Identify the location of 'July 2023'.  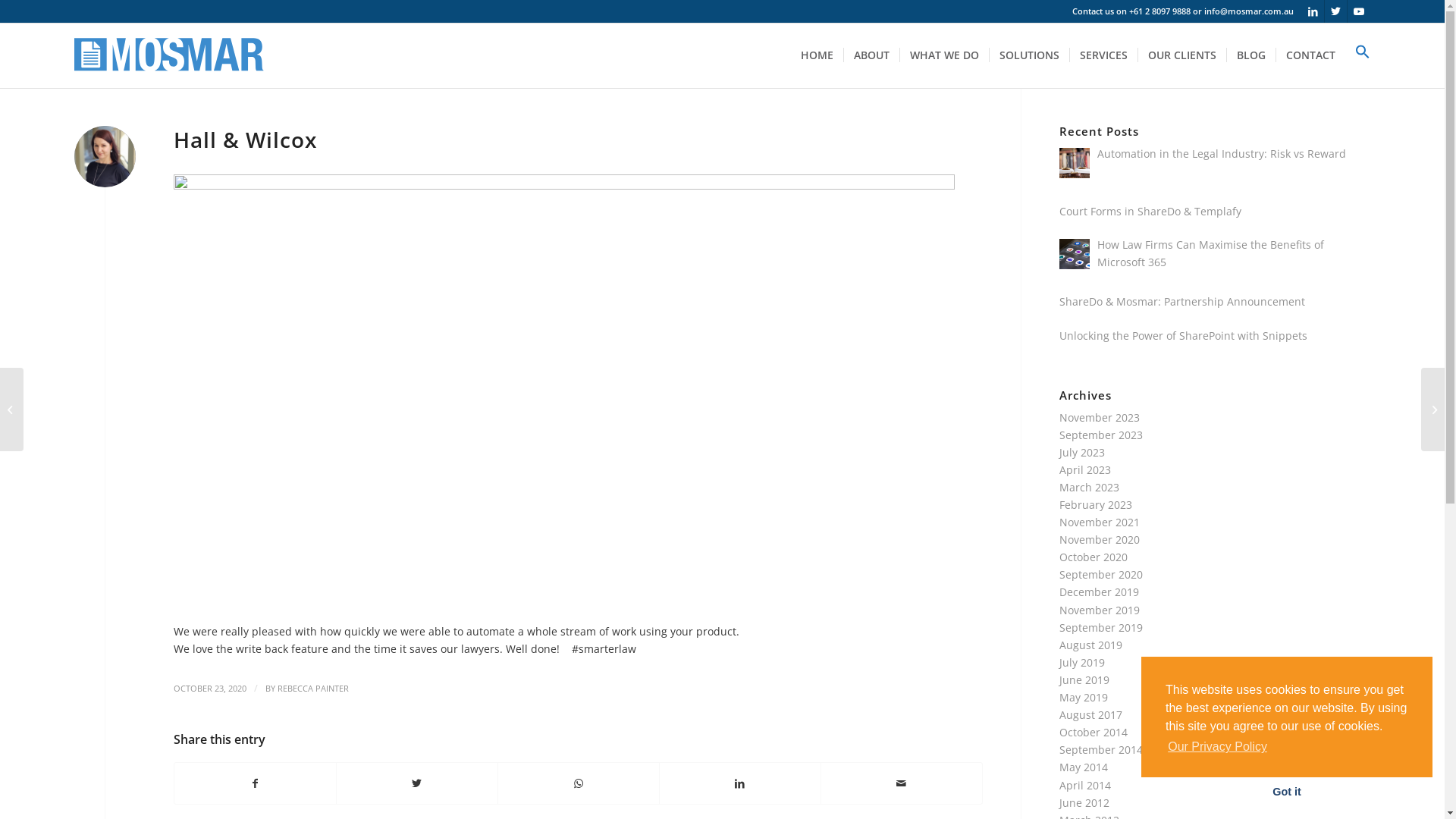
(1081, 451).